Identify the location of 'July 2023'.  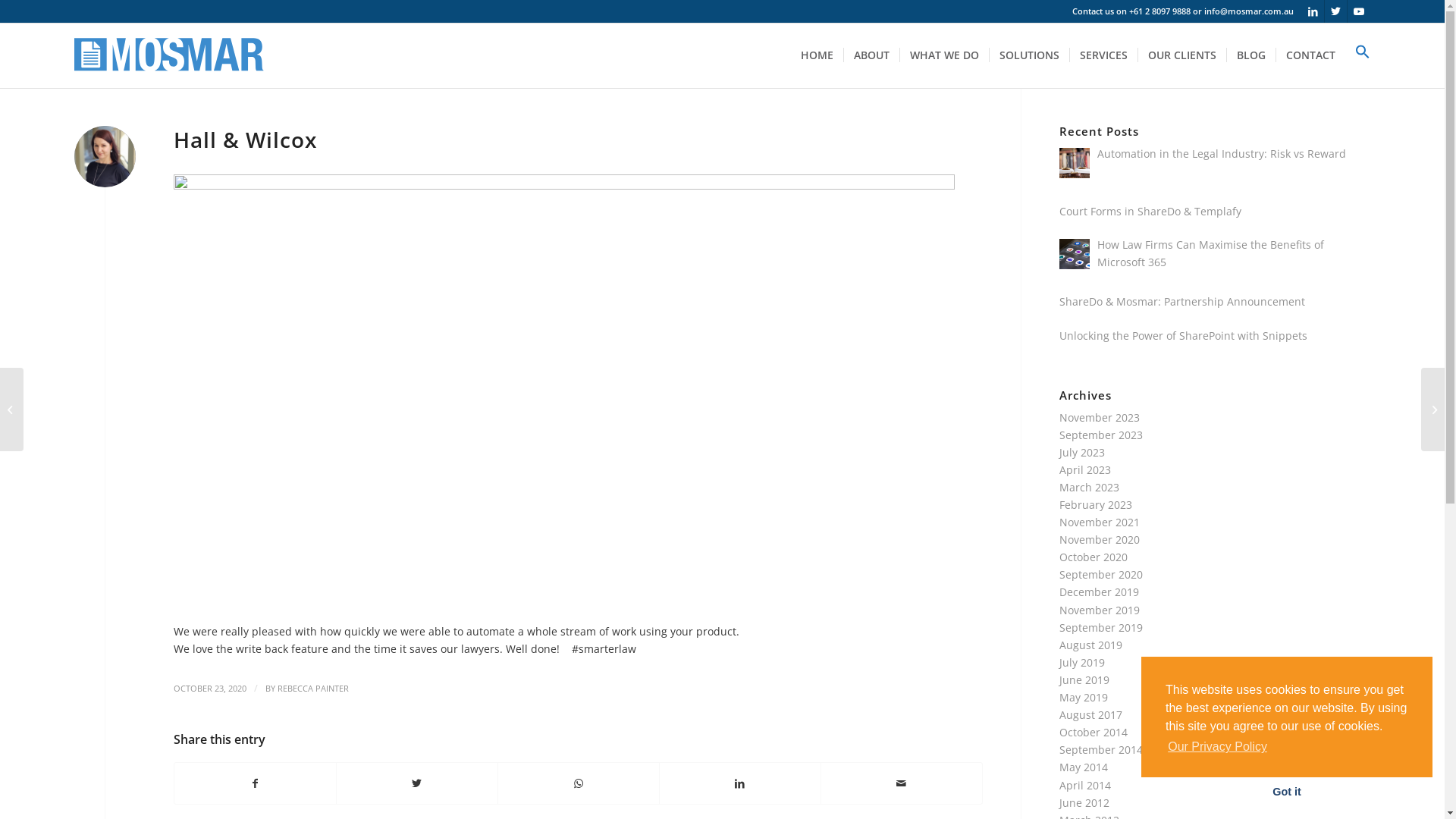
(1081, 451).